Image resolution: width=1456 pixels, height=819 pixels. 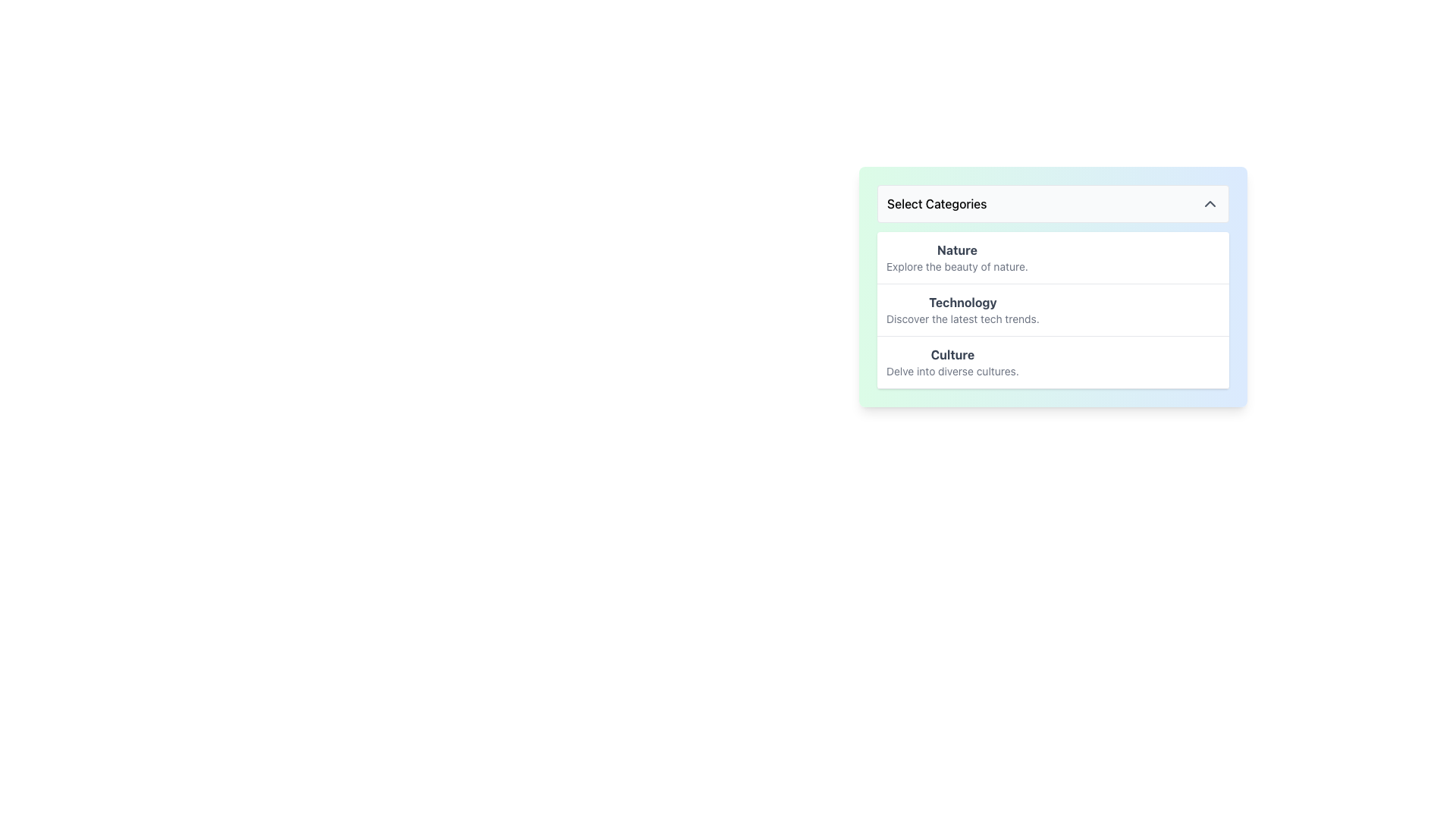 I want to click on the text element displaying the word 'Nature' in a bold gray font located at the beginning of the section titled 'Nature', so click(x=956, y=249).